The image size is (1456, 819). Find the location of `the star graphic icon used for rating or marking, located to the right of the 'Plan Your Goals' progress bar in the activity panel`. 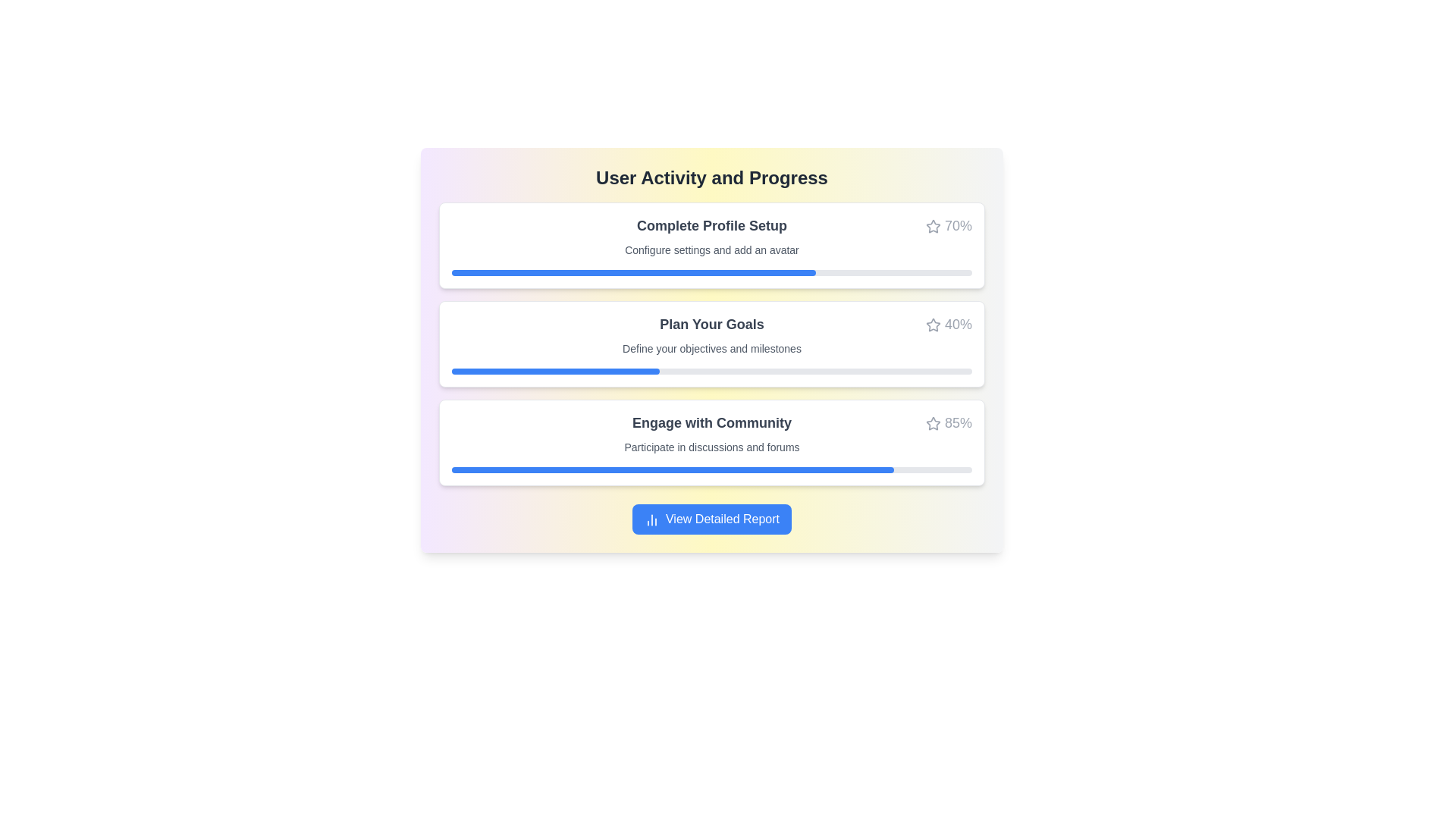

the star graphic icon used for rating or marking, located to the right of the 'Plan Your Goals' progress bar in the activity panel is located at coordinates (932, 324).